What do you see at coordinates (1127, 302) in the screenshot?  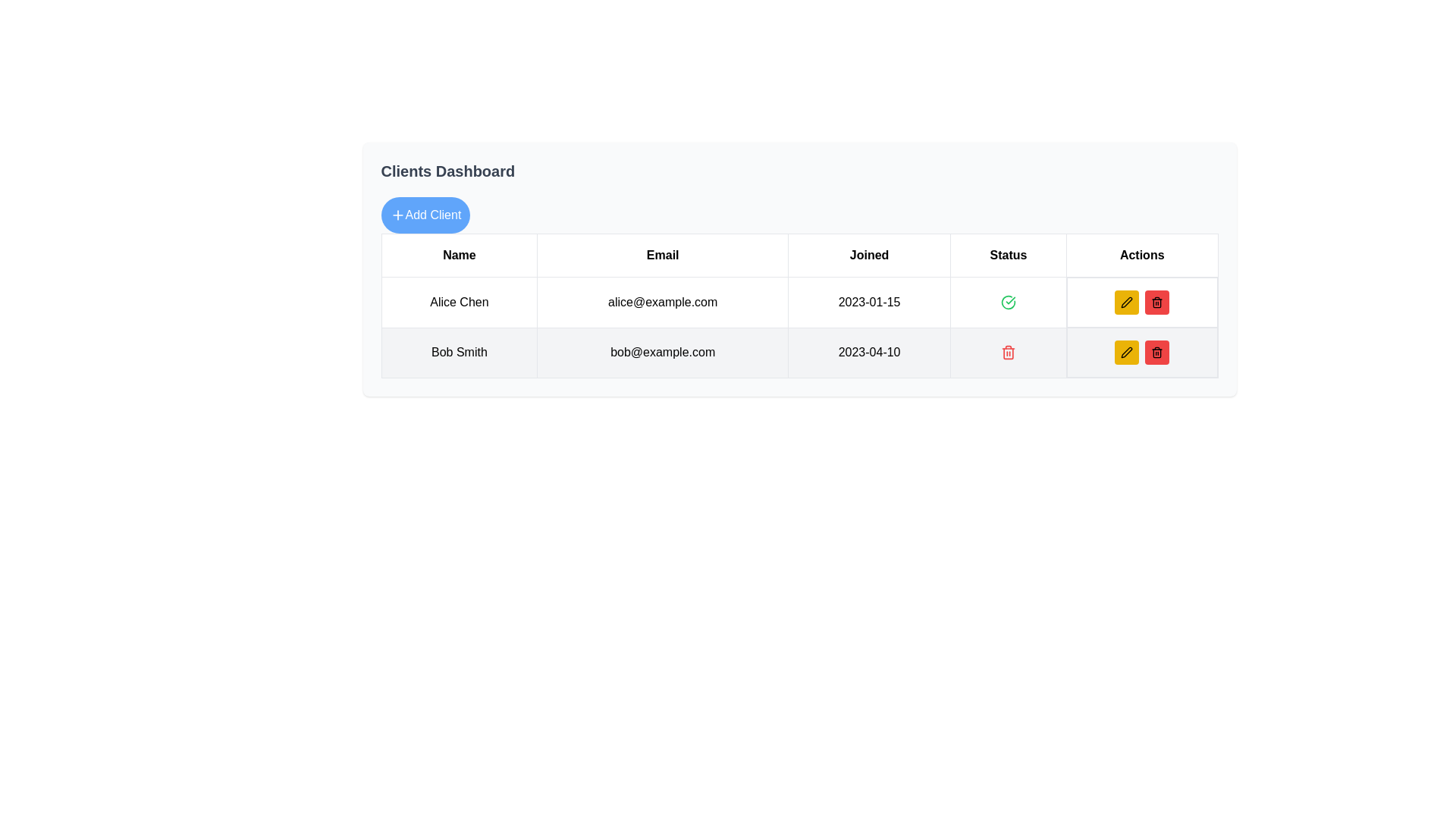 I see `the pen-shaped icon button located in the 'Actions' column of the second row of the table to possibly see a tooltip` at bounding box center [1127, 302].